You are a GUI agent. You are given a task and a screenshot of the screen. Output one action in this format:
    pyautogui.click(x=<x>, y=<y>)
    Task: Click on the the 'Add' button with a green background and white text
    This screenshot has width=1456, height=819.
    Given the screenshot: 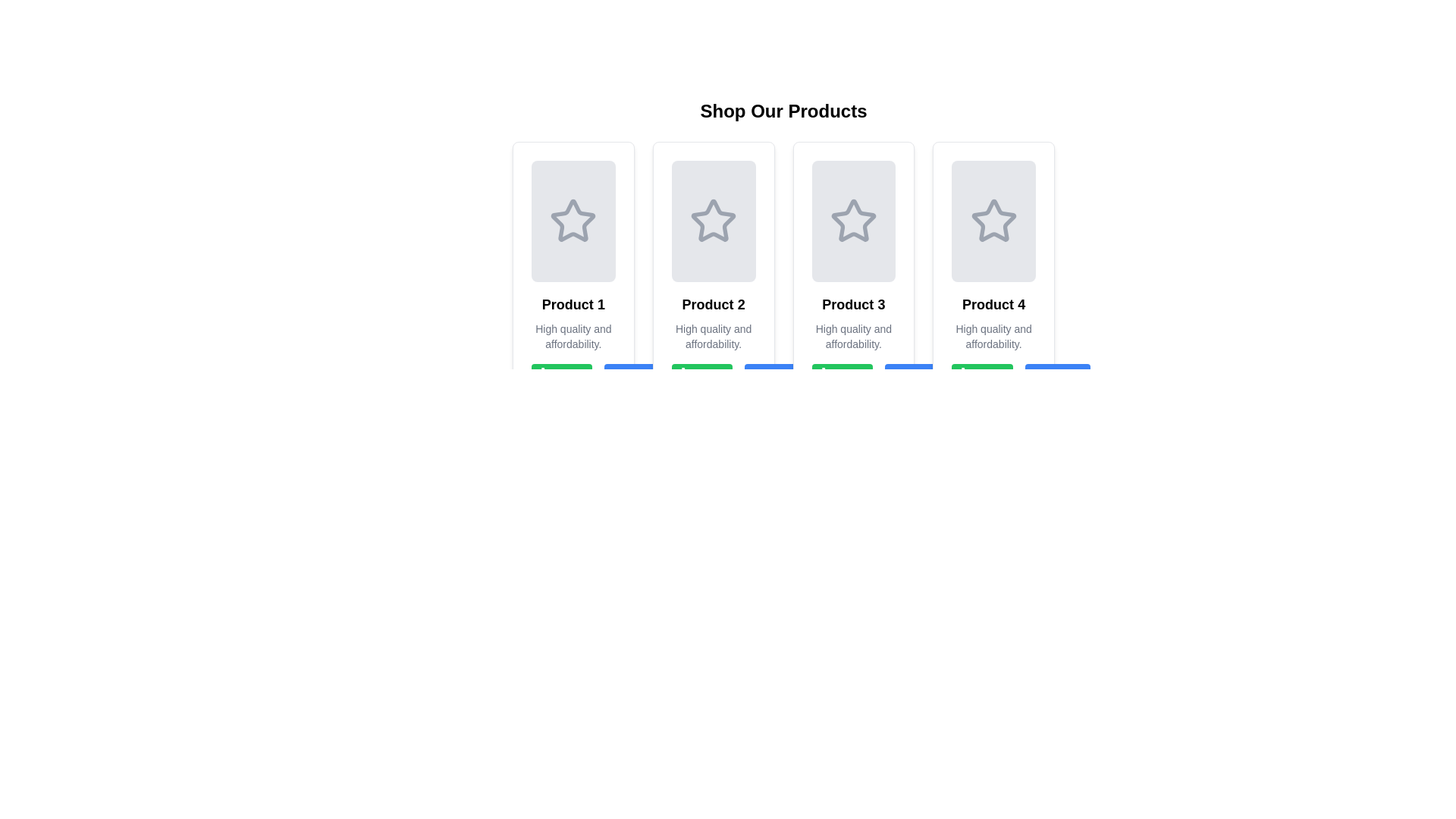 What is the action you would take?
    pyautogui.click(x=841, y=375)
    